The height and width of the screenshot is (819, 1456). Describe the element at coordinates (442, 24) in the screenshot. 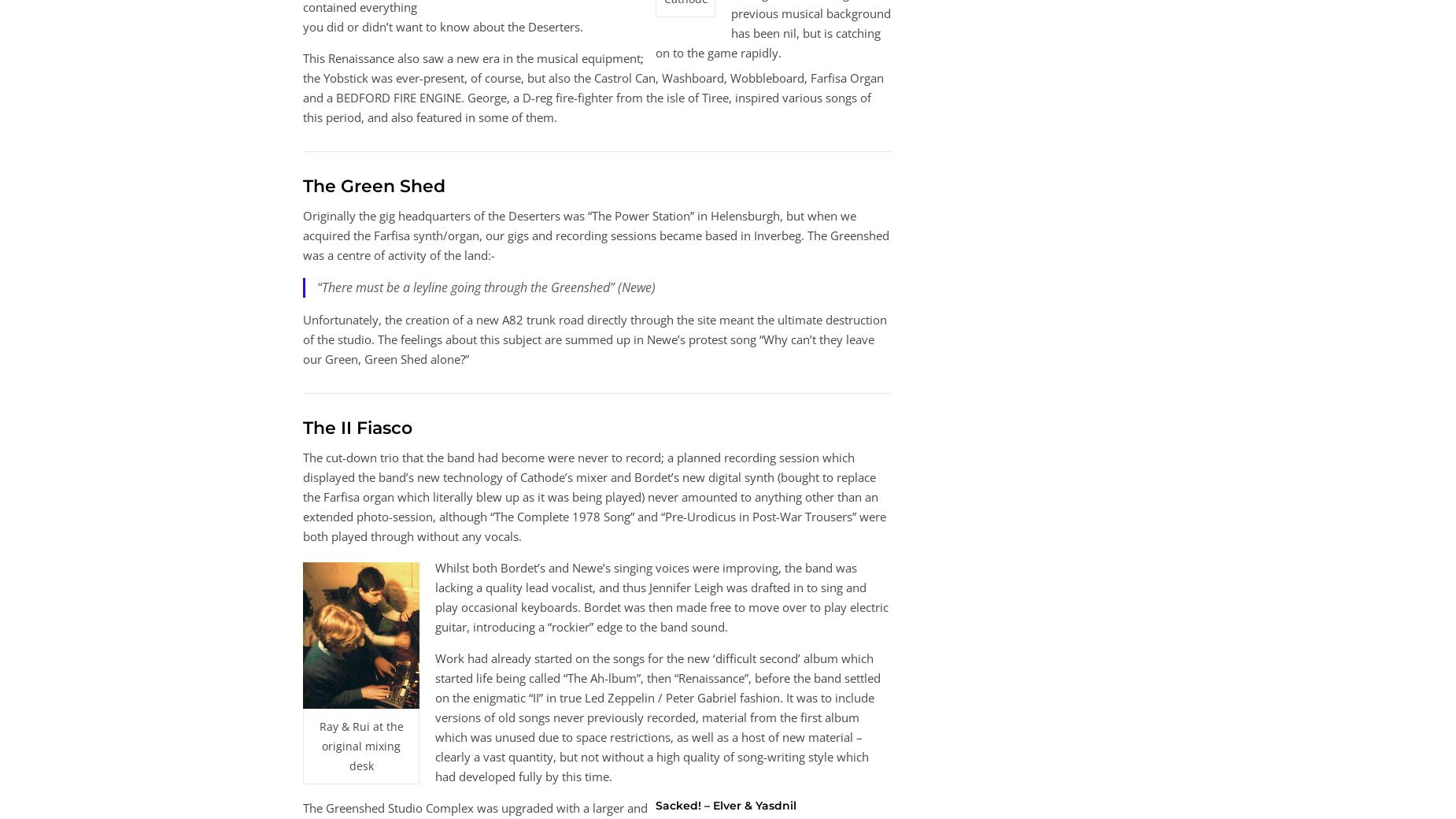

I see `'you did or didn’t want to know about the Deserters.'` at that location.